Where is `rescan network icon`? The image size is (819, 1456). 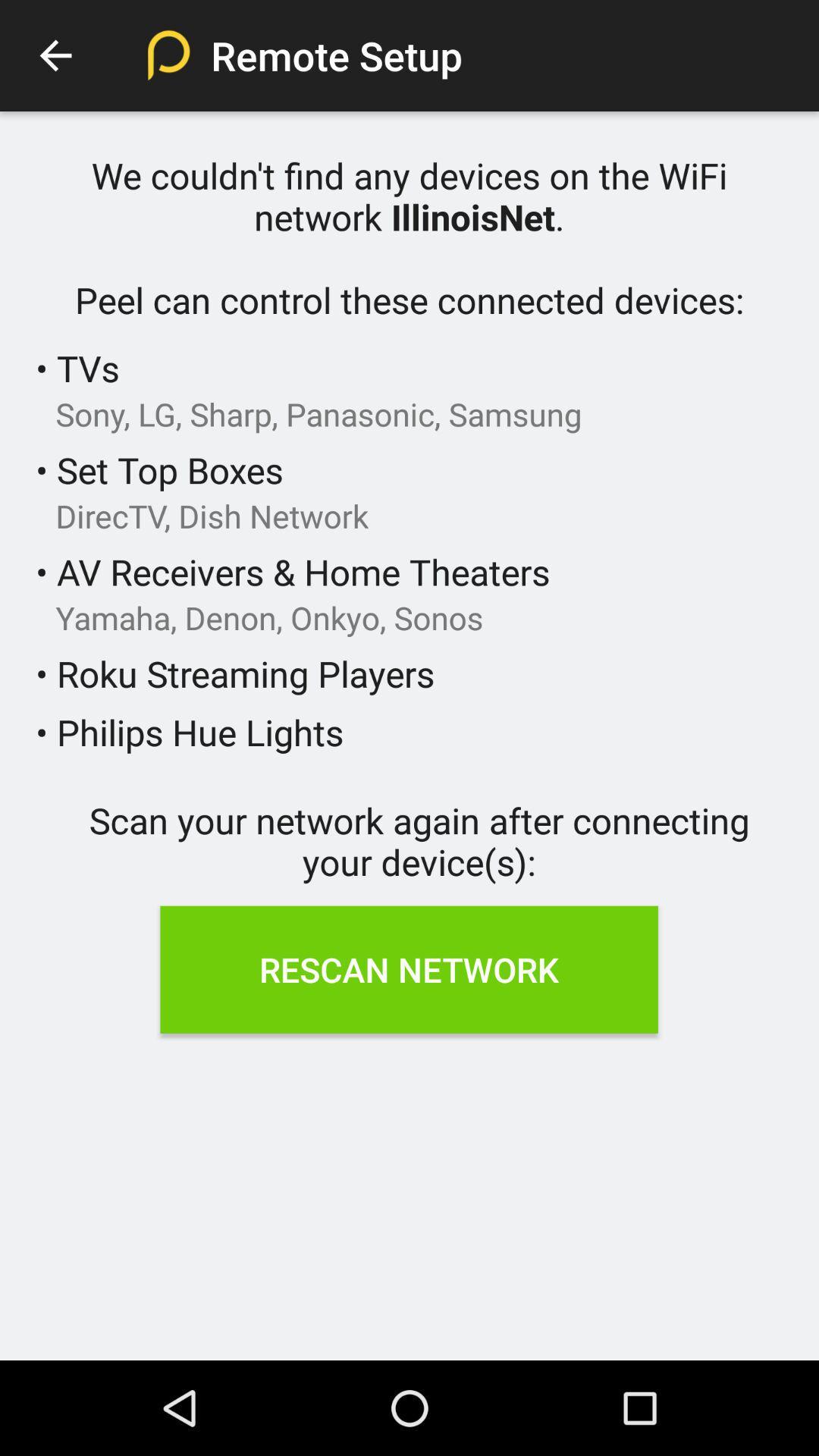
rescan network icon is located at coordinates (408, 968).